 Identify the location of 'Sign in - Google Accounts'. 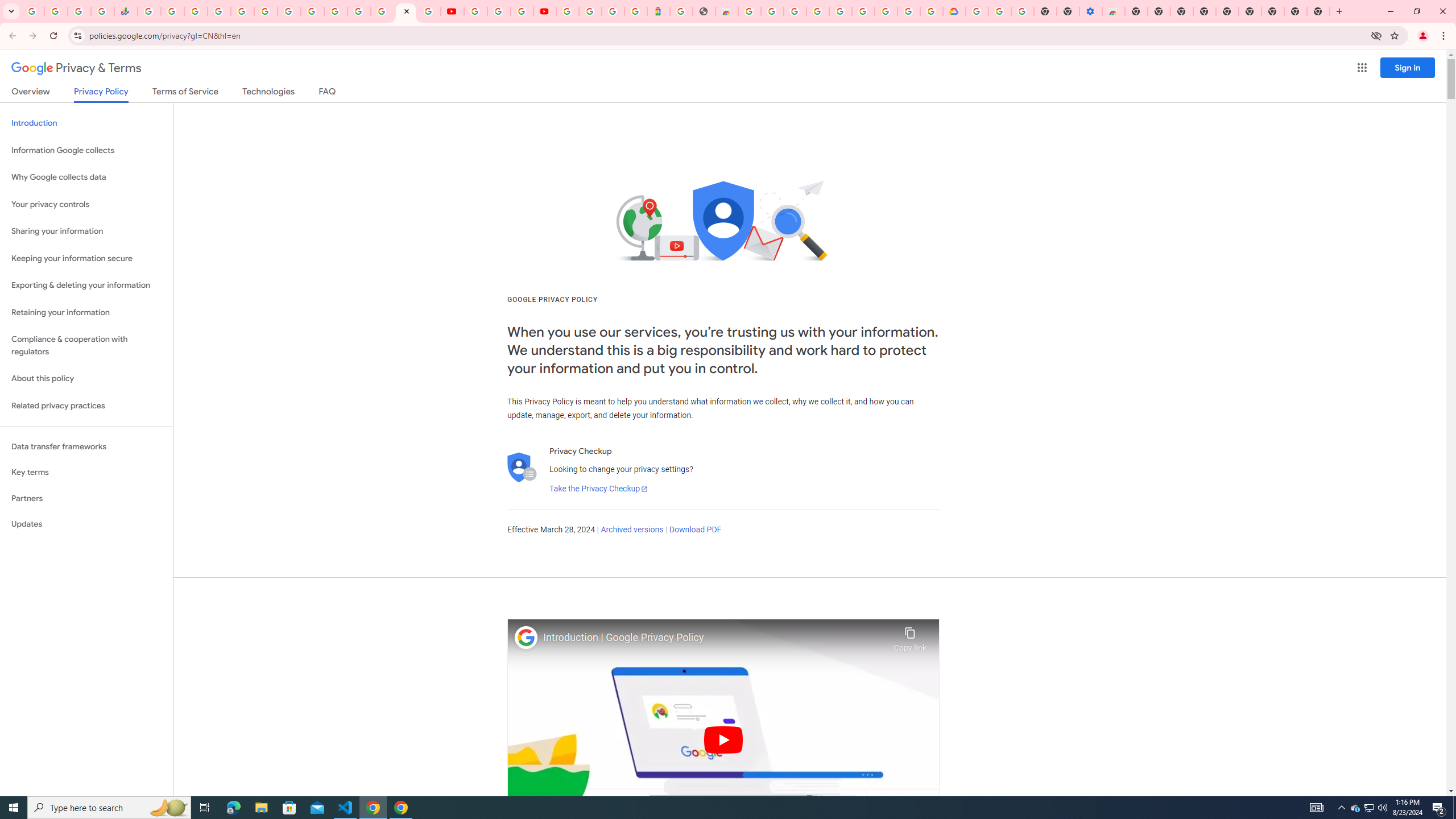
(336, 11).